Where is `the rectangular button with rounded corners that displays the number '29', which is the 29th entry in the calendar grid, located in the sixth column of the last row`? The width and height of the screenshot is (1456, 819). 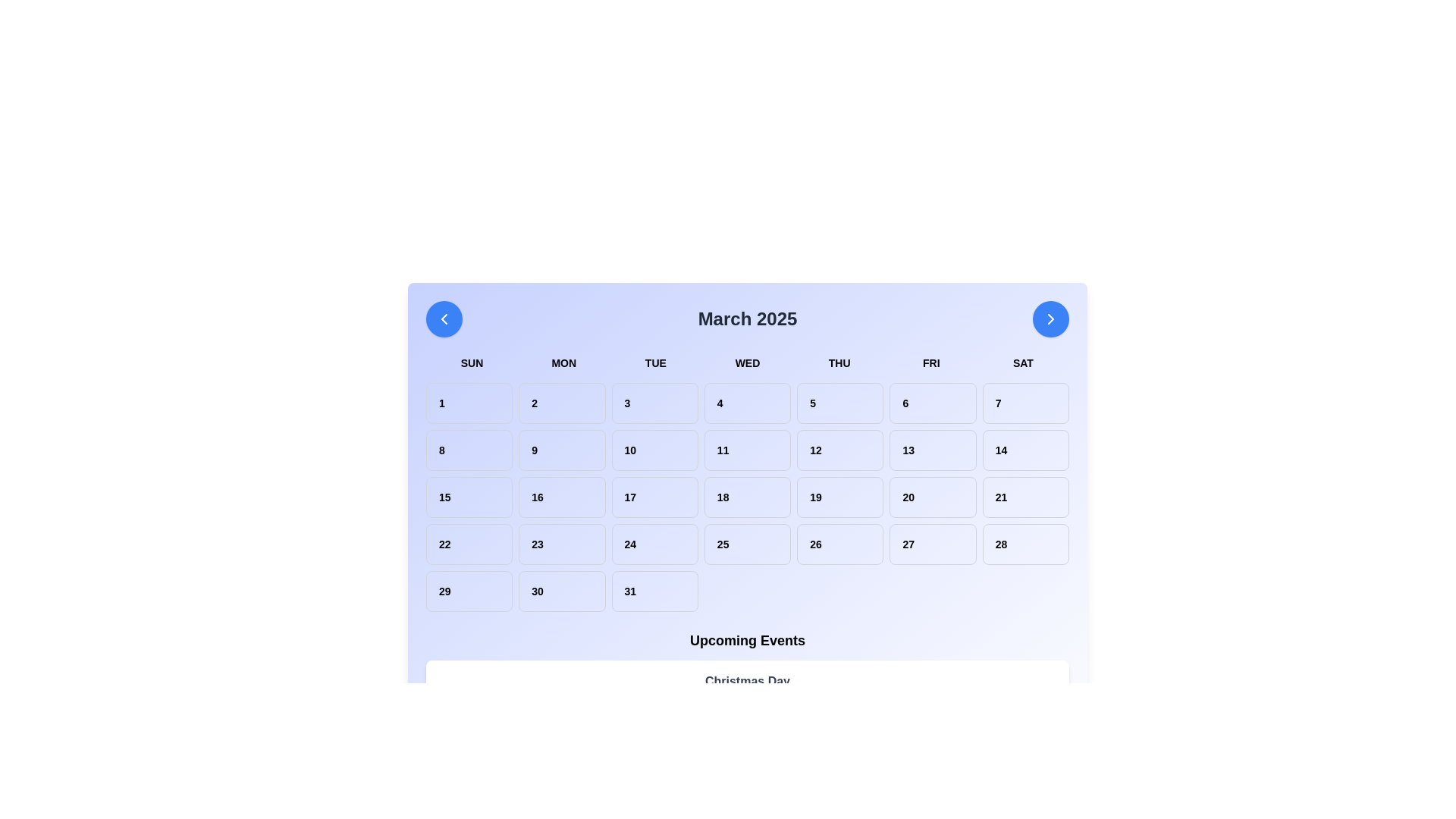 the rectangular button with rounded corners that displays the number '29', which is the 29th entry in the calendar grid, located in the sixth column of the last row is located at coordinates (469, 590).